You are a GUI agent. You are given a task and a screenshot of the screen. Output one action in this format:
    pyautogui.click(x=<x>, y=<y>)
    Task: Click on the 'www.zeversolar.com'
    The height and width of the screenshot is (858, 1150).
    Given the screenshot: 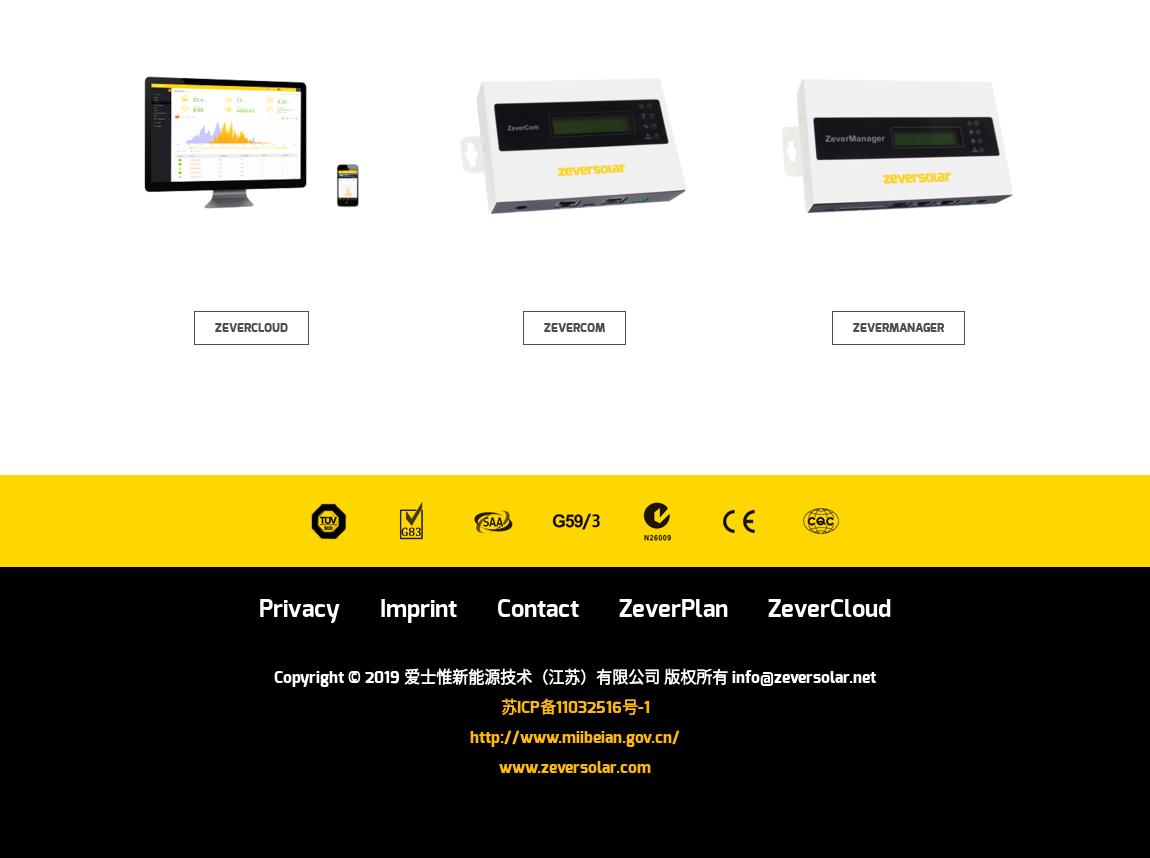 What is the action you would take?
    pyautogui.click(x=575, y=766)
    